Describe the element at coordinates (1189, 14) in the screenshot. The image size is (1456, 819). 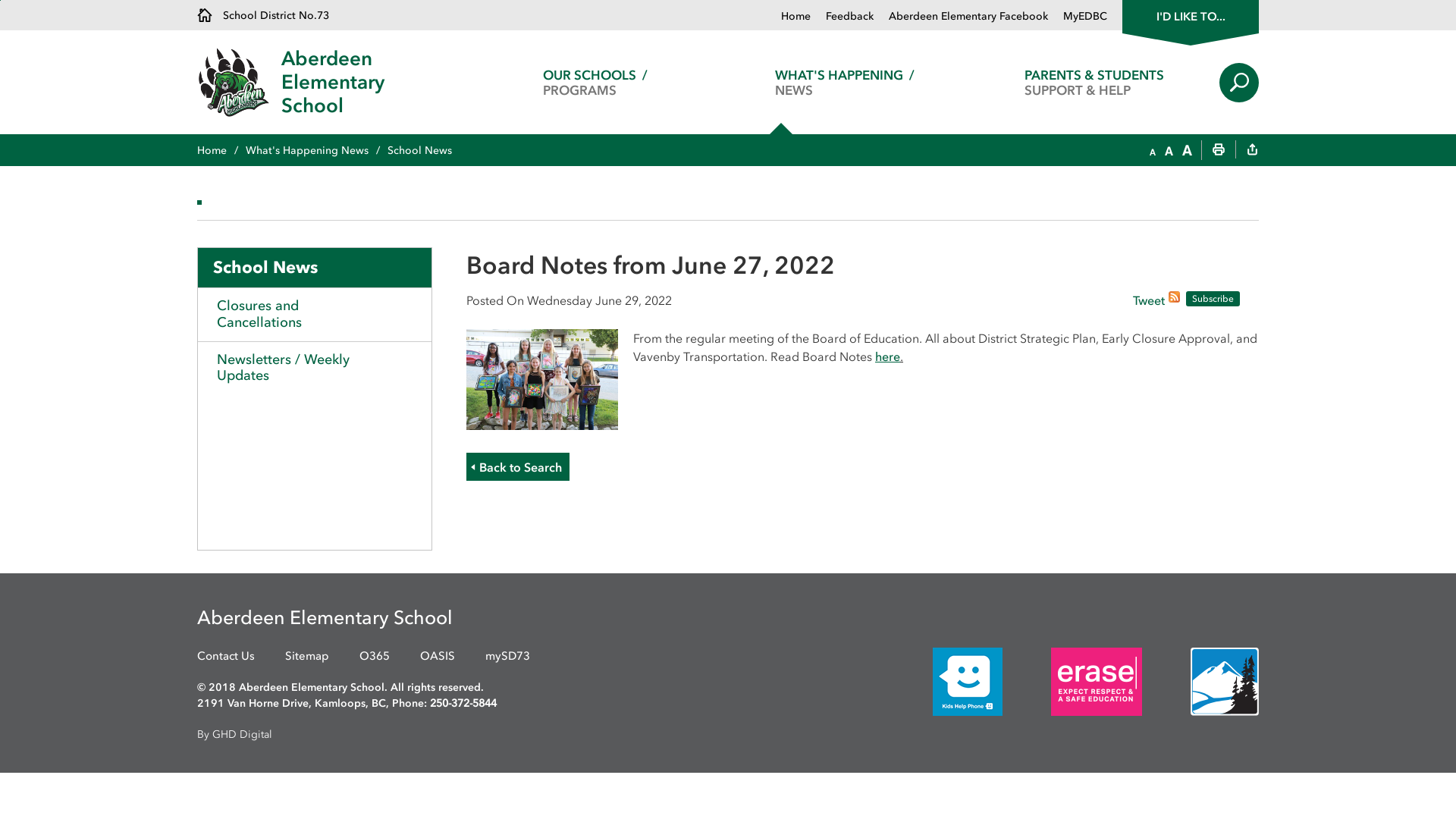
I see `'I'D LIKE TO...'` at that location.